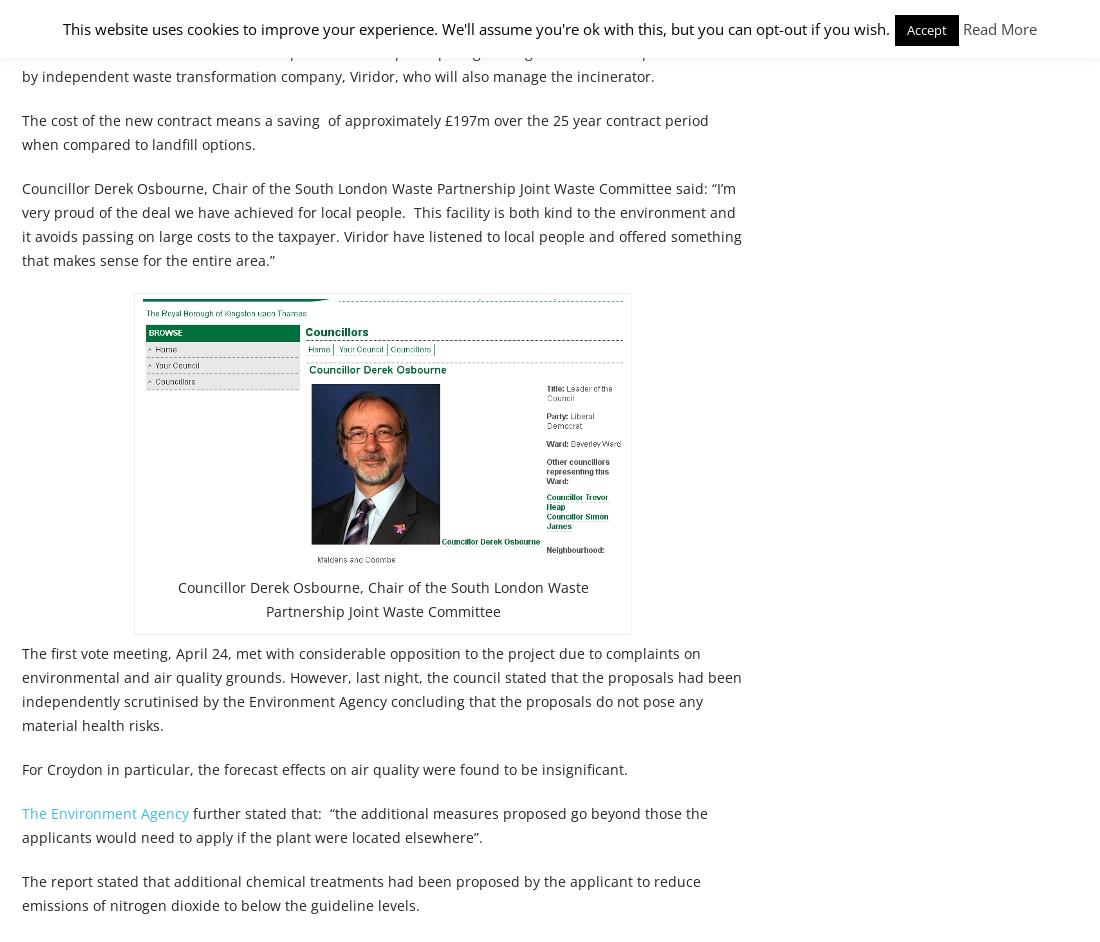 This screenshot has height=942, width=1100. Describe the element at coordinates (999, 29) in the screenshot. I see `'Read More'` at that location.